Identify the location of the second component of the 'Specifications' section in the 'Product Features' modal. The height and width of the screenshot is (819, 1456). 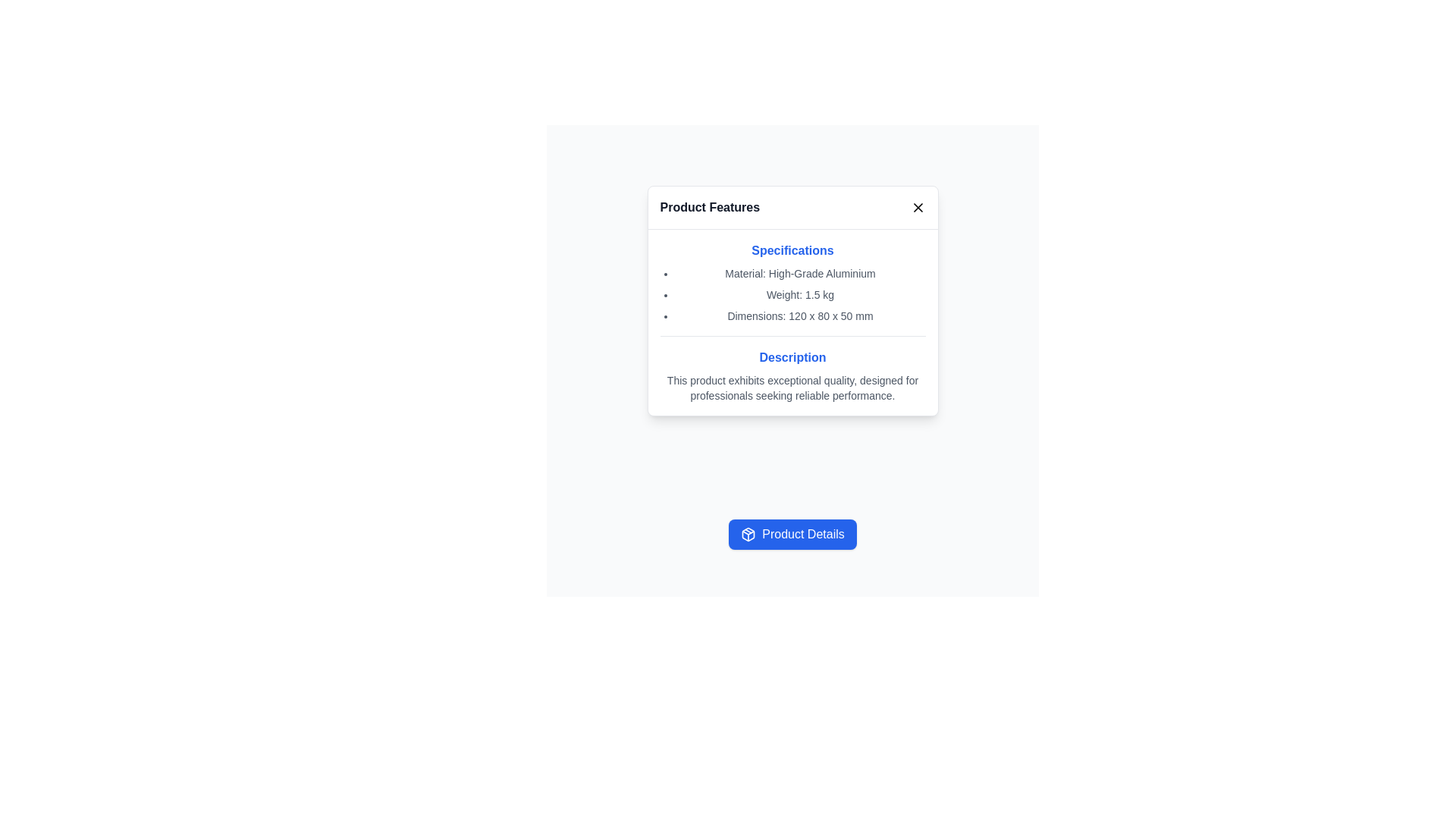
(792, 292).